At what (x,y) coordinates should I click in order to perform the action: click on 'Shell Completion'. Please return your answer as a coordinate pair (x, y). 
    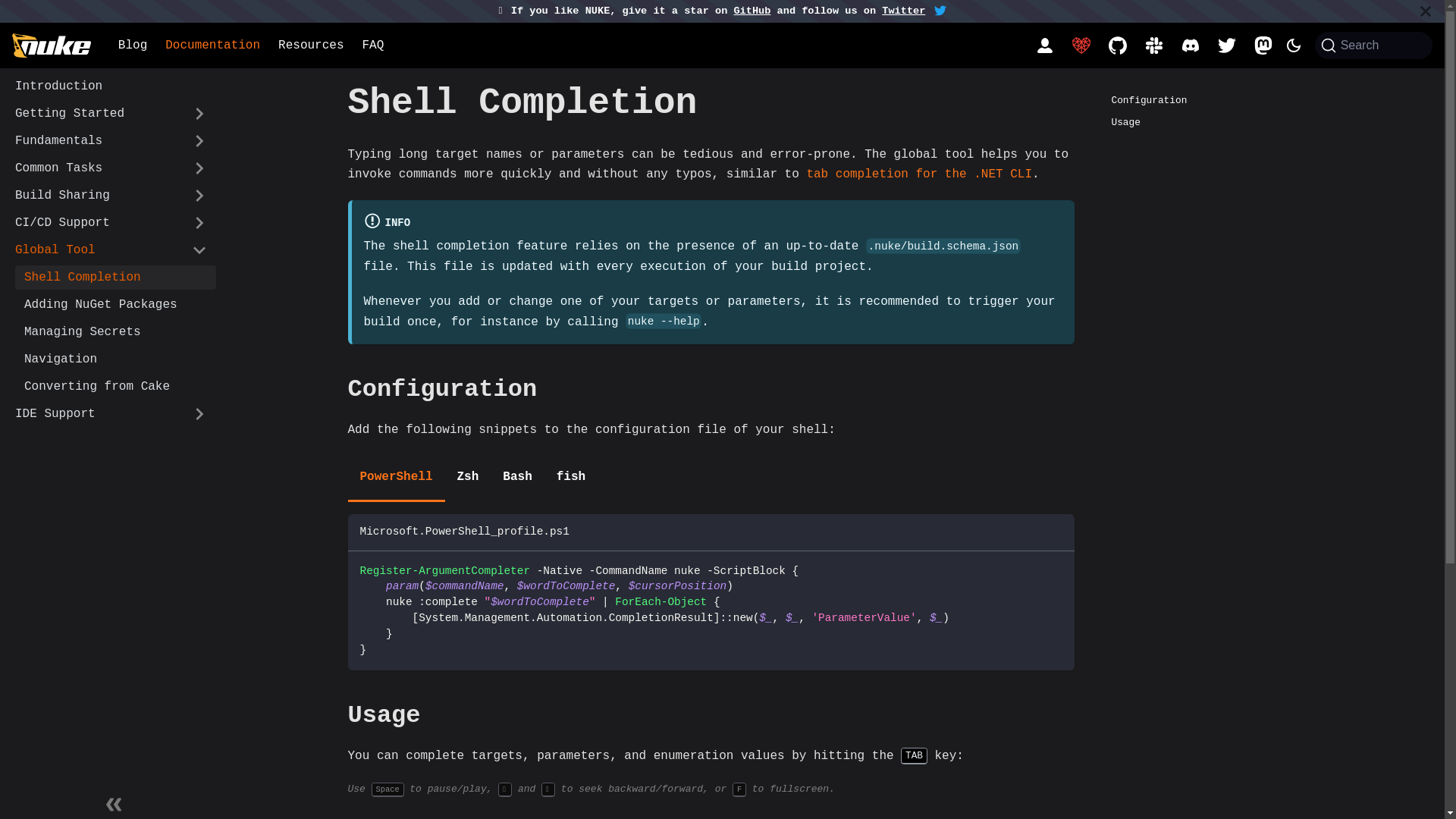
    Looking at the image, I should click on (115, 278).